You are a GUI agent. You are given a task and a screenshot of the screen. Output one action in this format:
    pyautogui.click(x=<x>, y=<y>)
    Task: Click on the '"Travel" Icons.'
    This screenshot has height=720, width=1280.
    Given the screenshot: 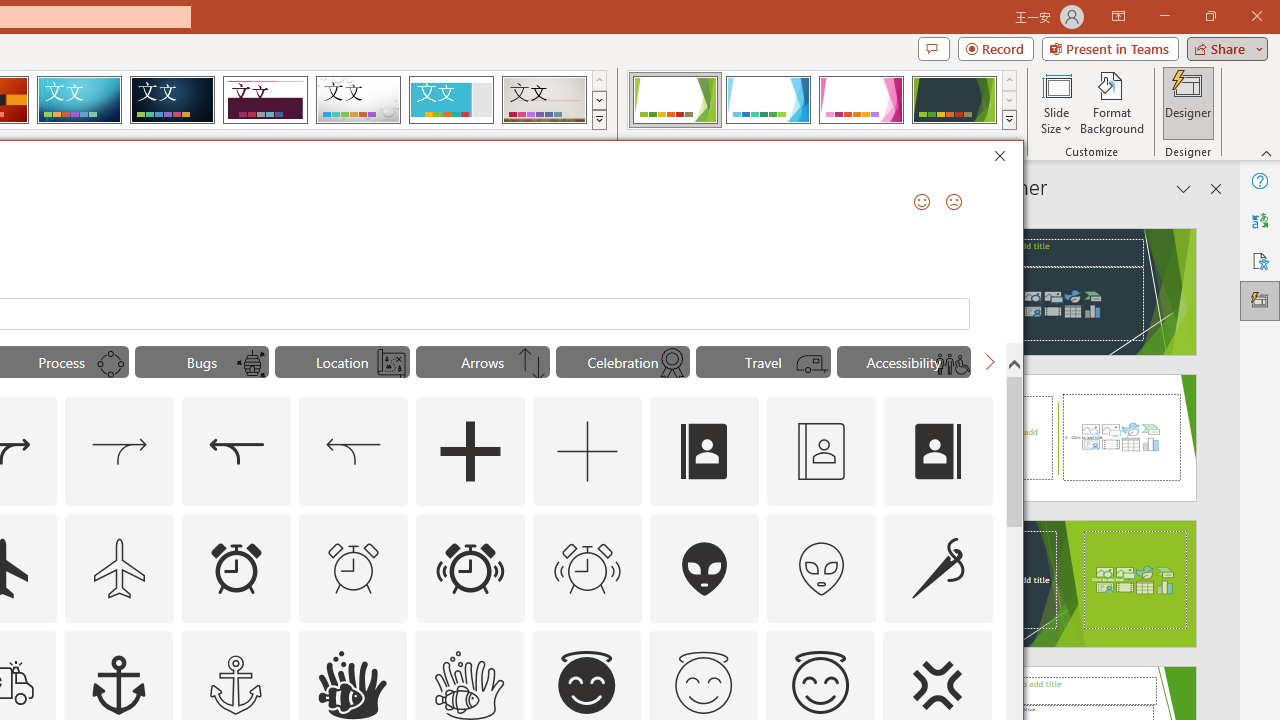 What is the action you would take?
    pyautogui.click(x=762, y=362)
    